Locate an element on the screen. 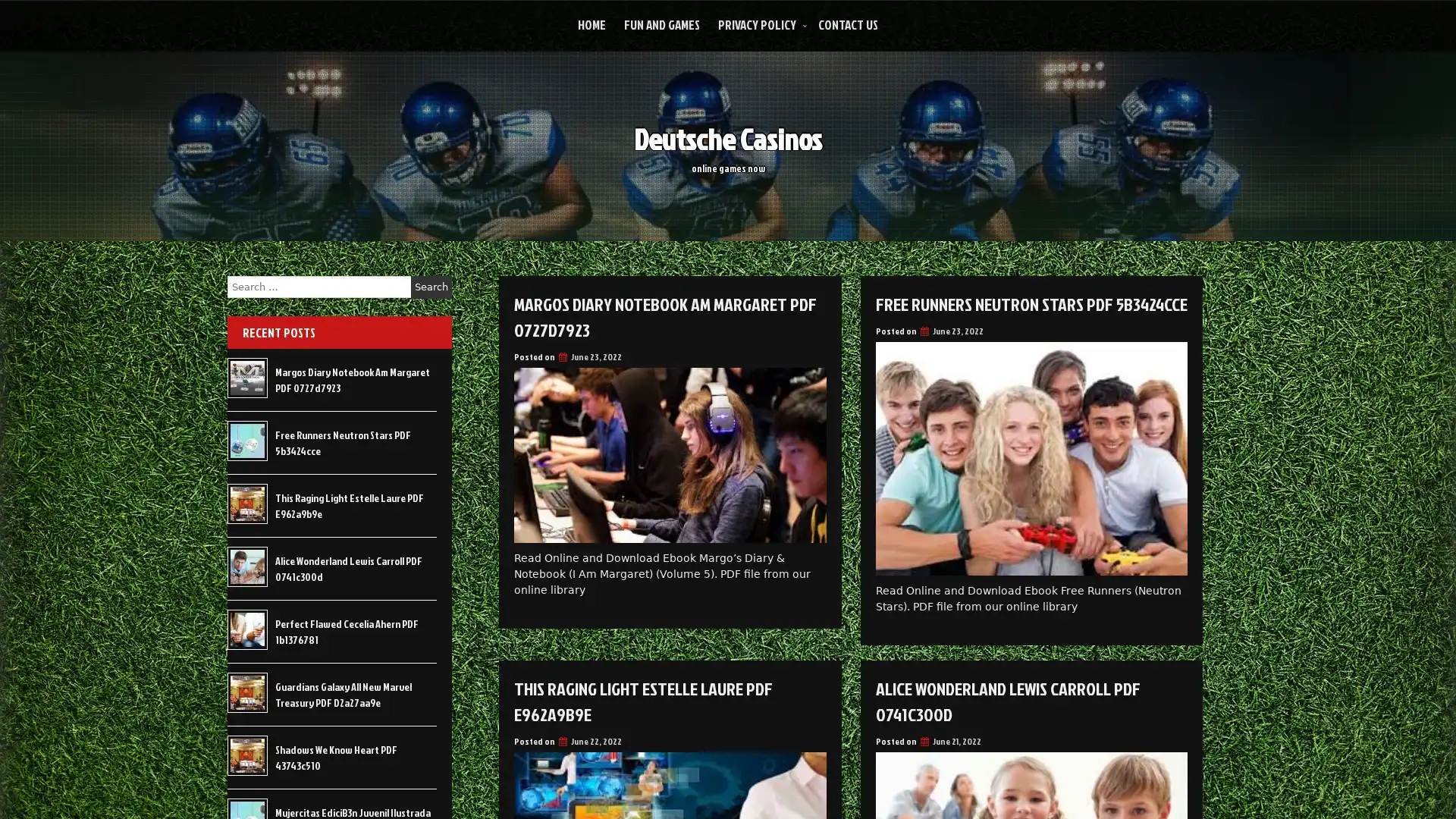 The width and height of the screenshot is (1456, 819). Search is located at coordinates (431, 287).